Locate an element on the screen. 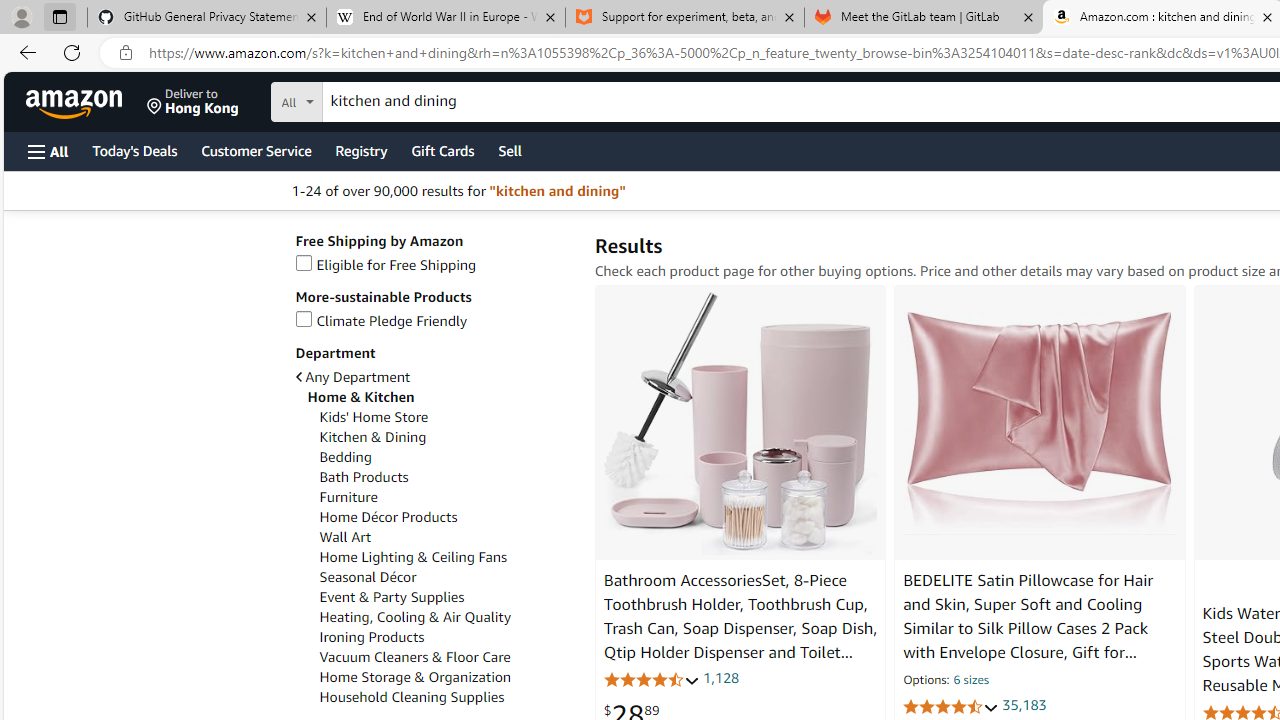 The image size is (1280, 720). 'Vacuum Cleaners & Floor Care' is located at coordinates (413, 657).